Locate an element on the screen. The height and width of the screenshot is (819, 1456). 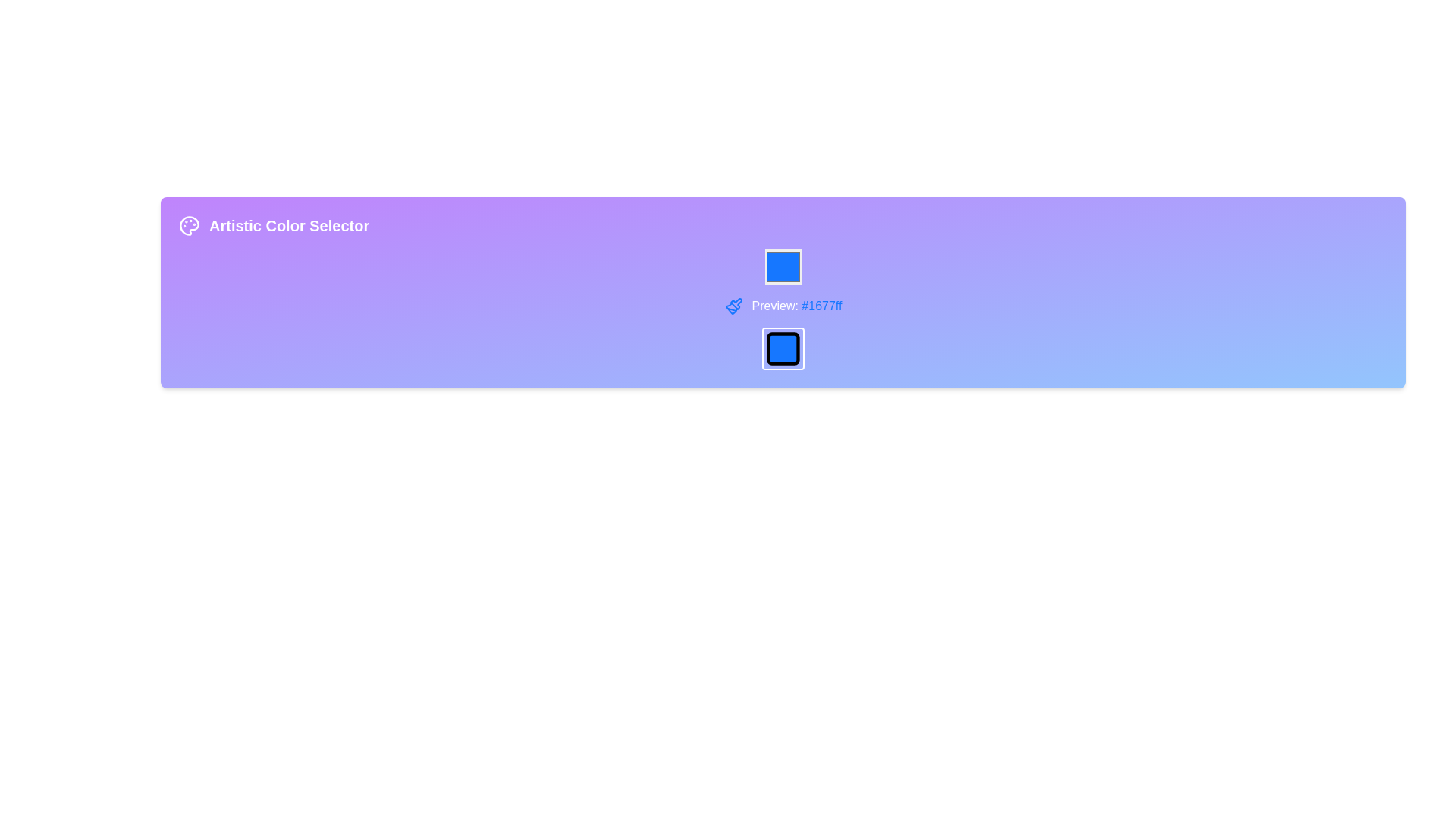
the paintbrush icon located to the left of the 'Preview: #1677ff' label, indicating a functionality related to colors or design is located at coordinates (733, 306).